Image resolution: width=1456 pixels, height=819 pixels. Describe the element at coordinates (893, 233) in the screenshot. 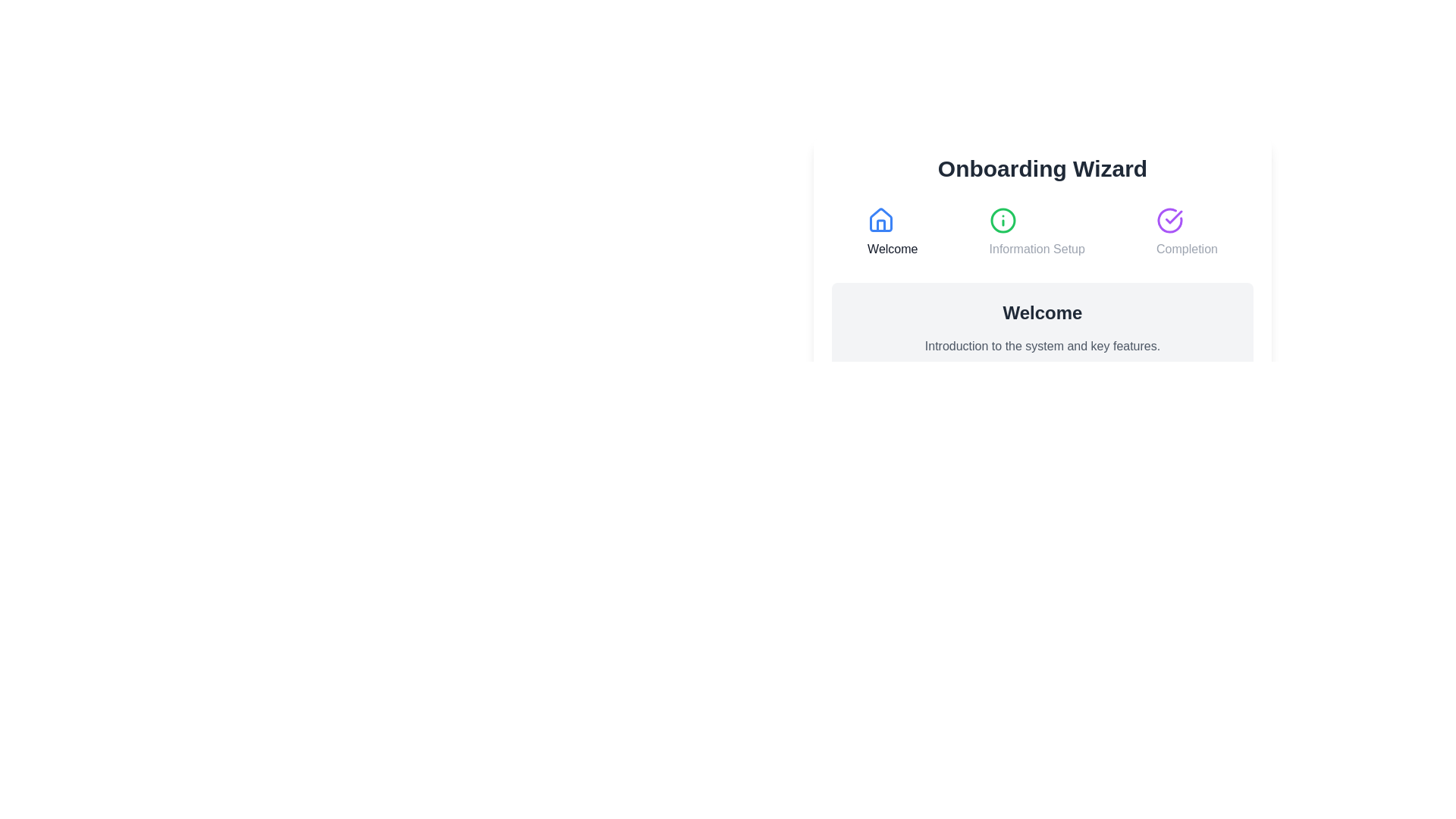

I see `the step title Welcome to activate it` at that location.